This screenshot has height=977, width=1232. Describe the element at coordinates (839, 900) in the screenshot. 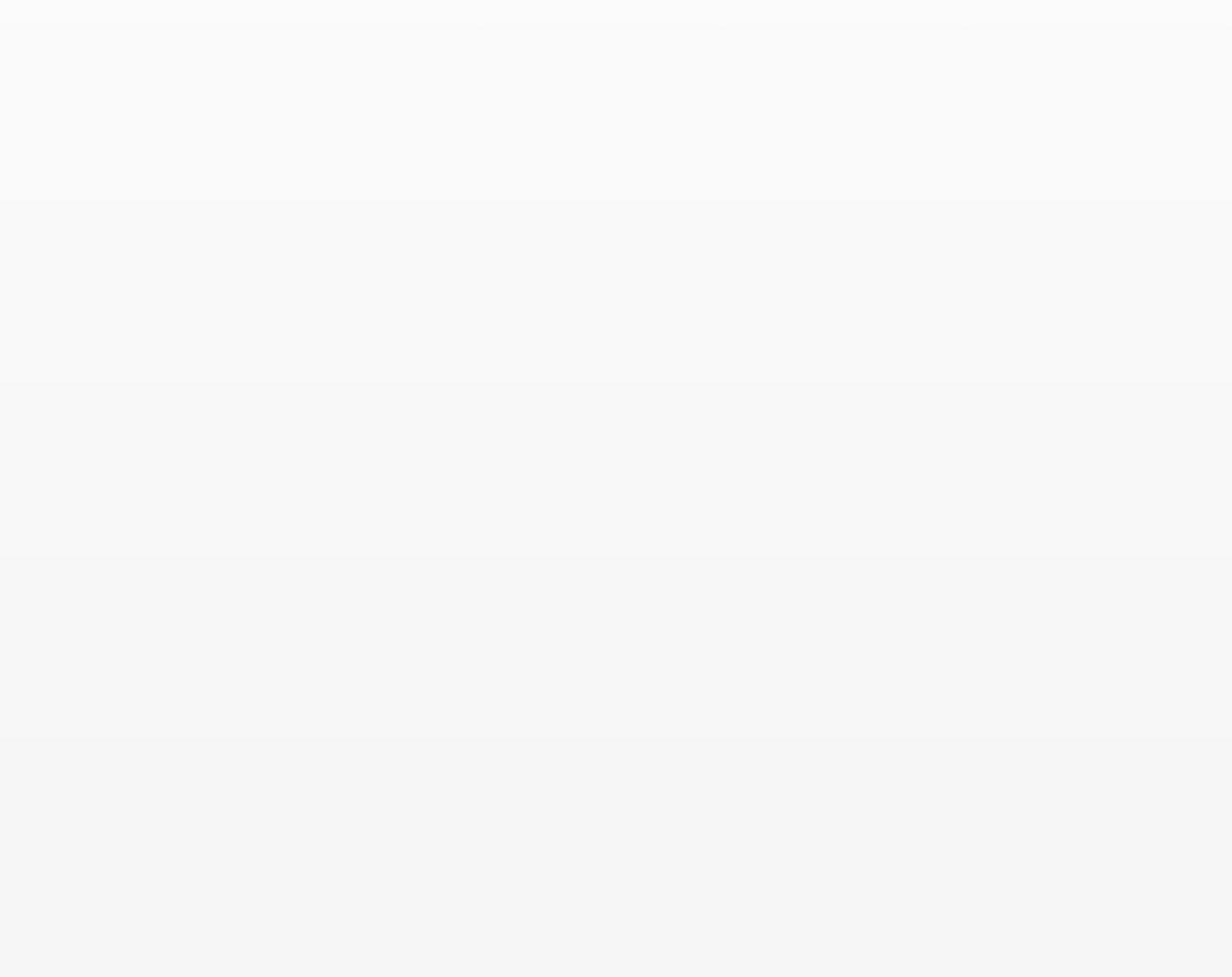

I see `'© 2023 Bentham Science Publishers |'` at that location.